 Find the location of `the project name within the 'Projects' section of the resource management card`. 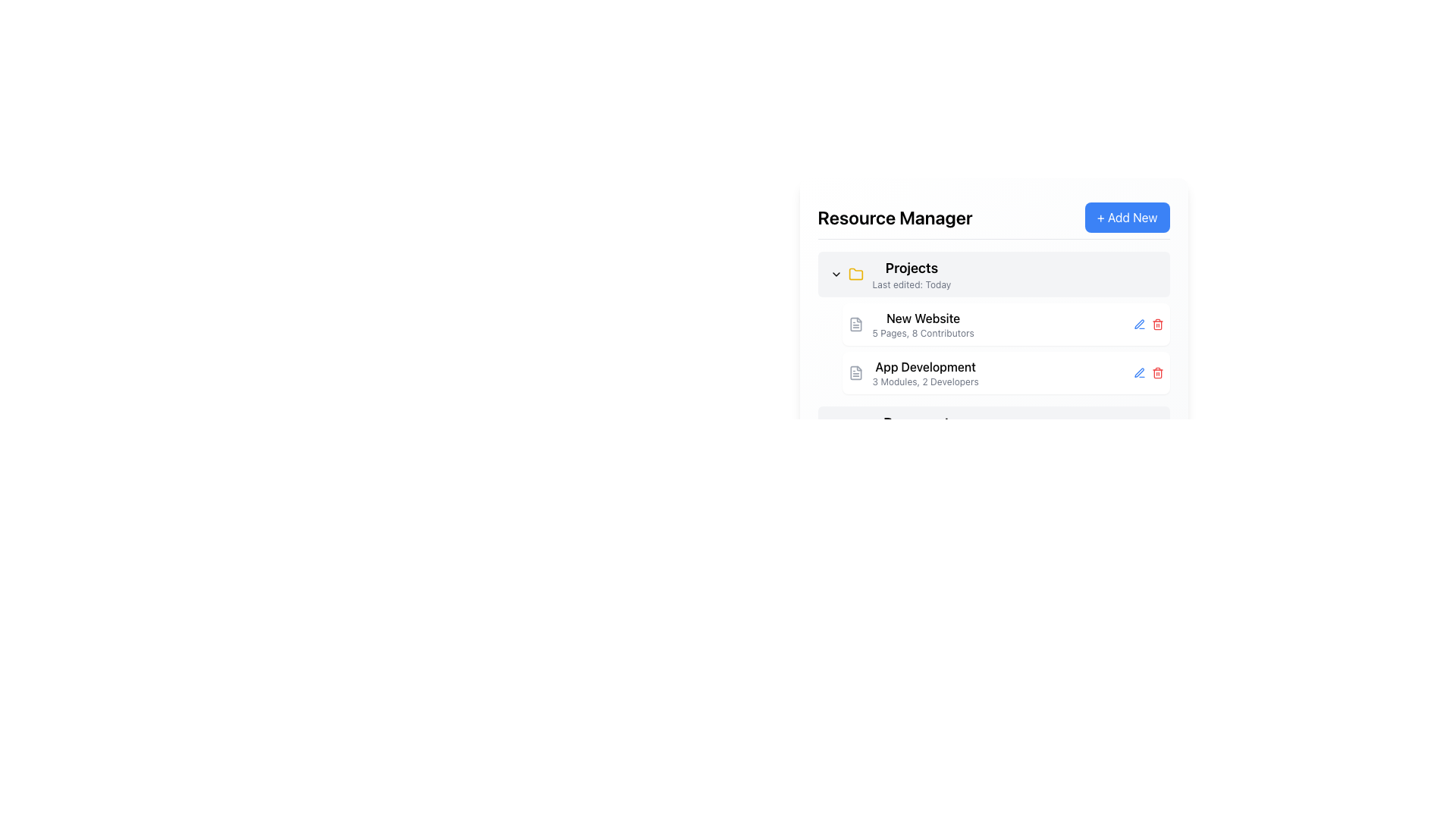

the project name within the 'Projects' section of the resource management card is located at coordinates (993, 351).